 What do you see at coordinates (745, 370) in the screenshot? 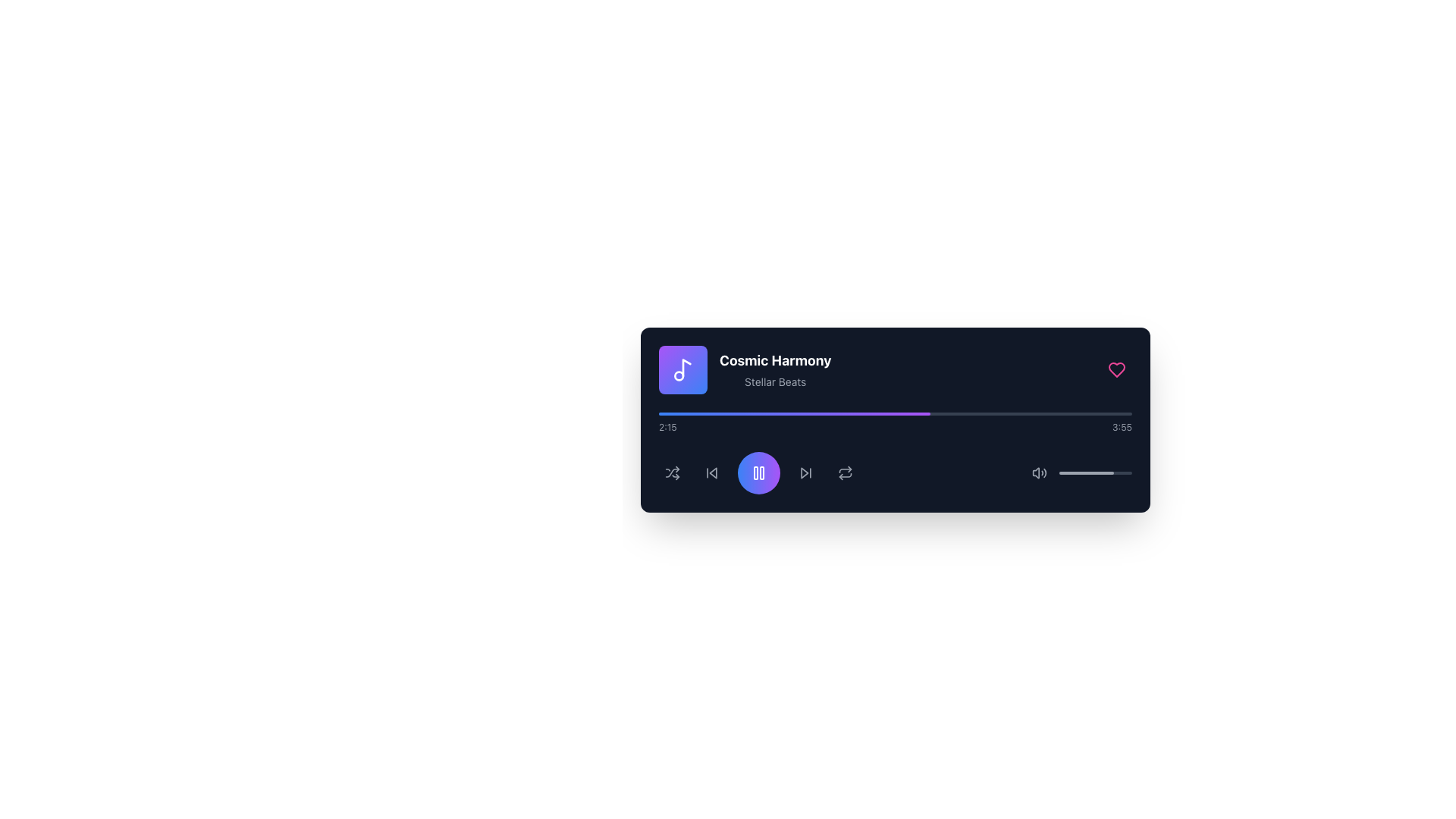
I see `the text block that displays information about the currently playing music track, located in the upper-left corner of the media player interface, adjacent` at bounding box center [745, 370].